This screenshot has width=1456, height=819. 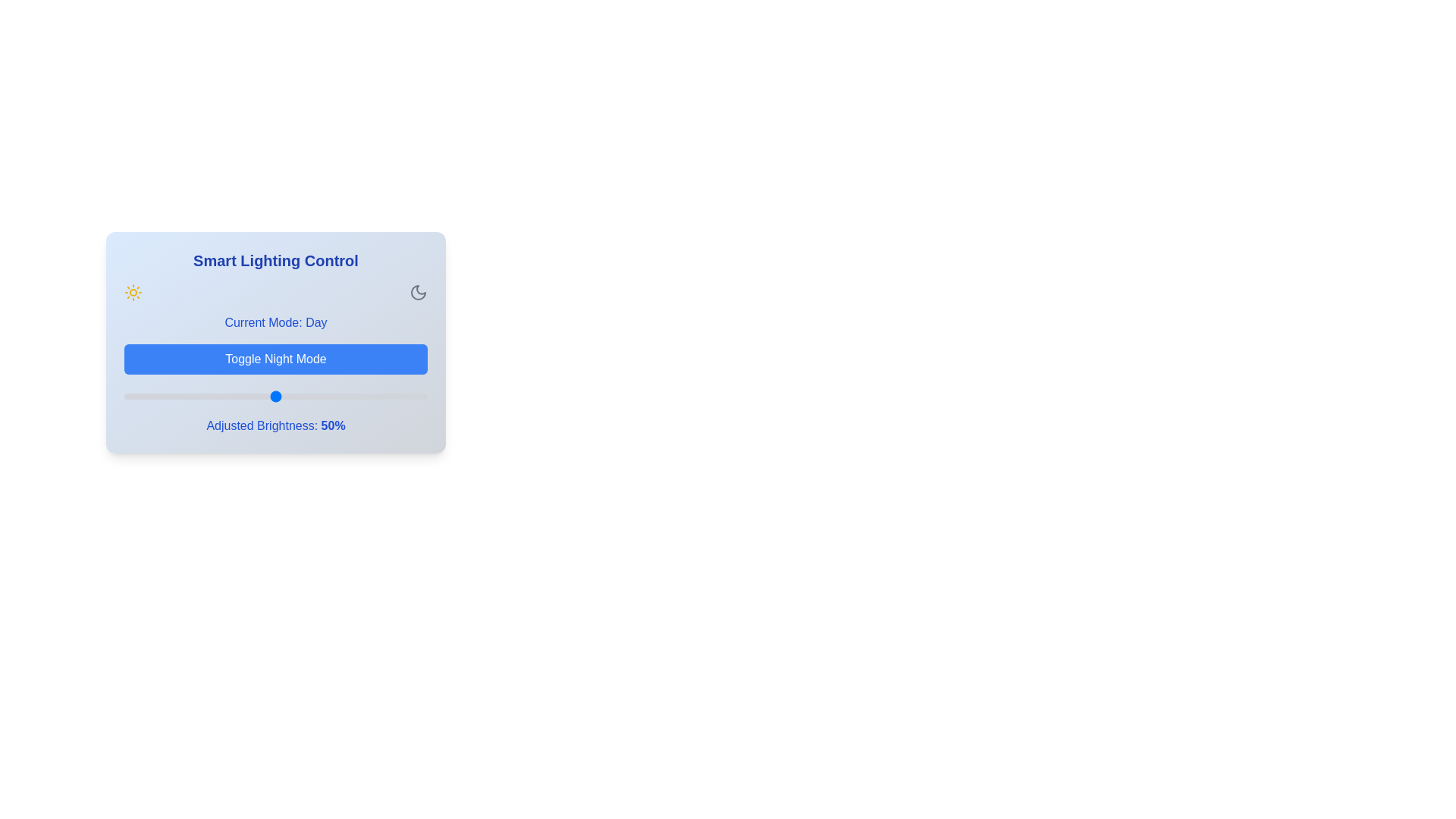 What do you see at coordinates (412, 396) in the screenshot?
I see `the brightness level` at bounding box center [412, 396].